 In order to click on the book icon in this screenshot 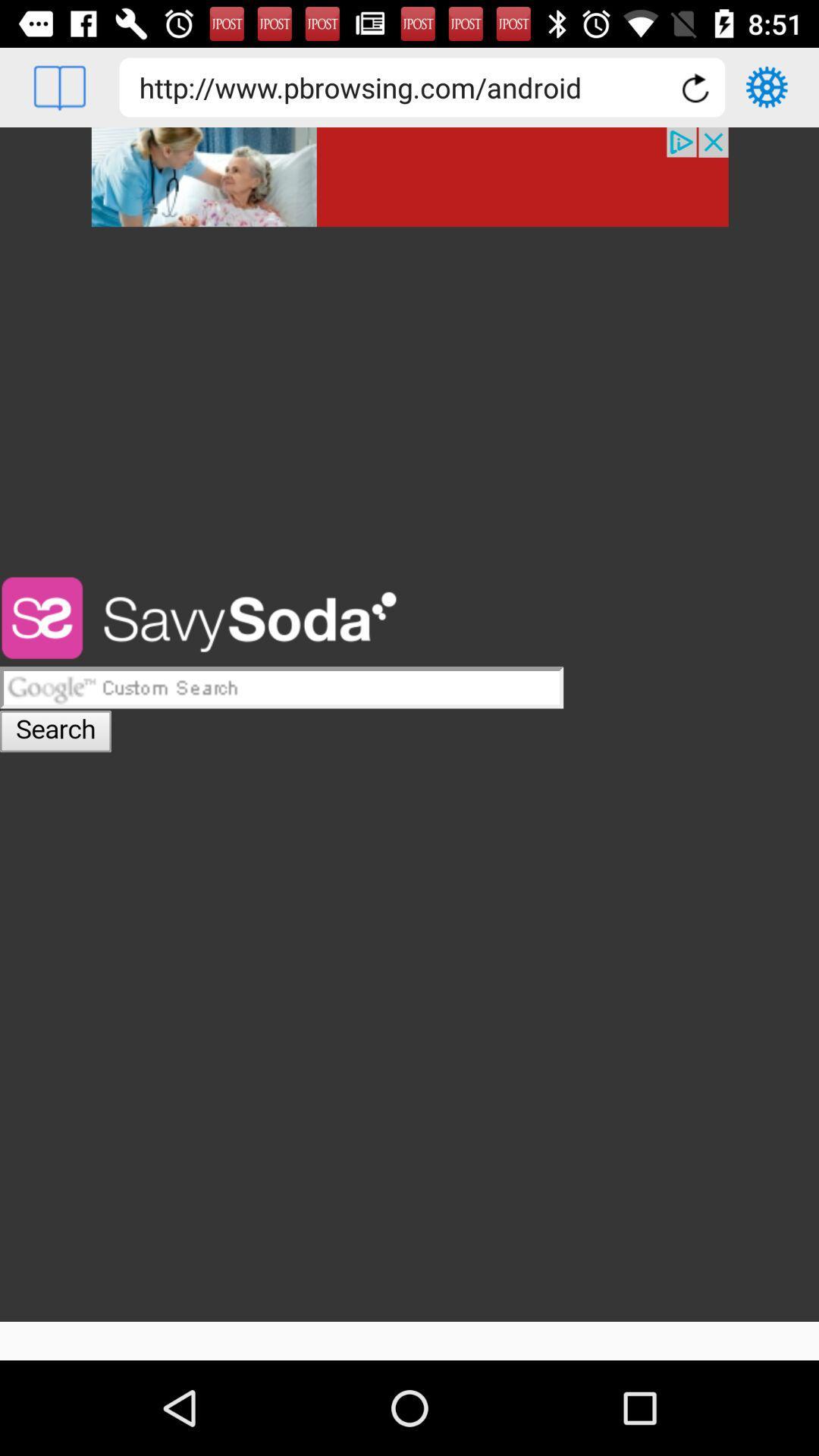, I will do `click(58, 86)`.